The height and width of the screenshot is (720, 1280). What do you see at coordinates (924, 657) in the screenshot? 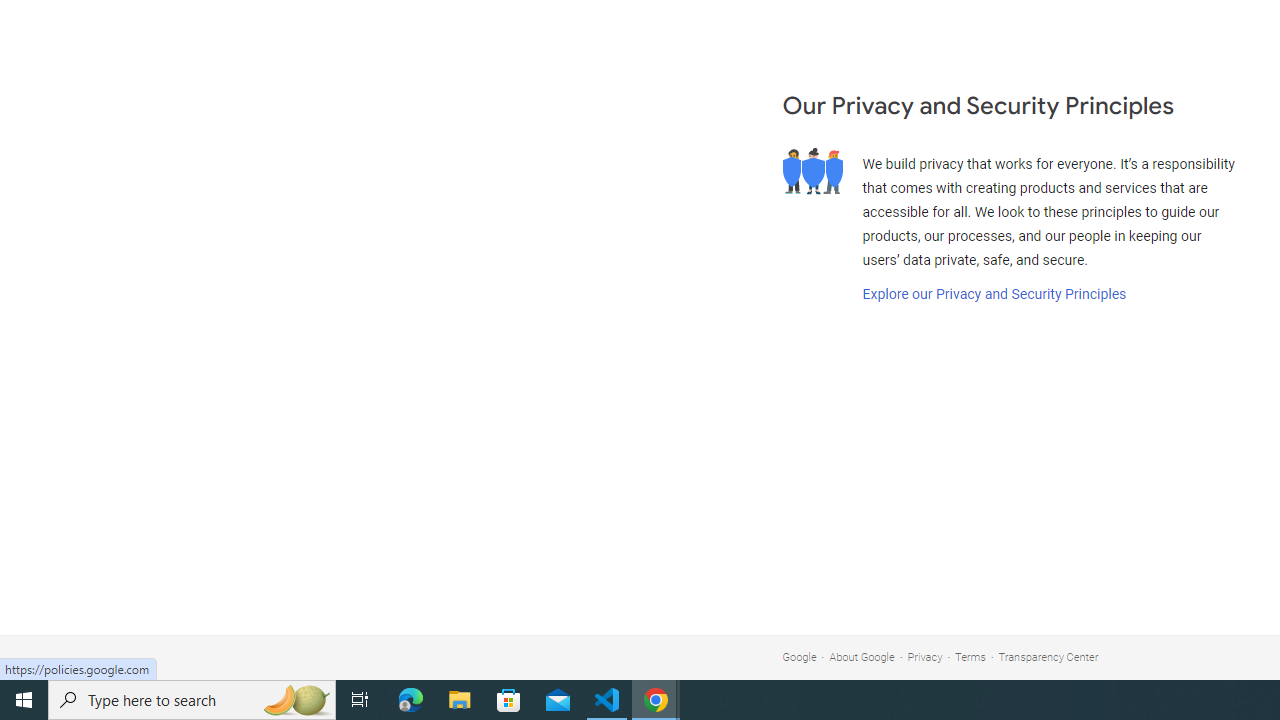
I see `'Privacy'` at bounding box center [924, 657].